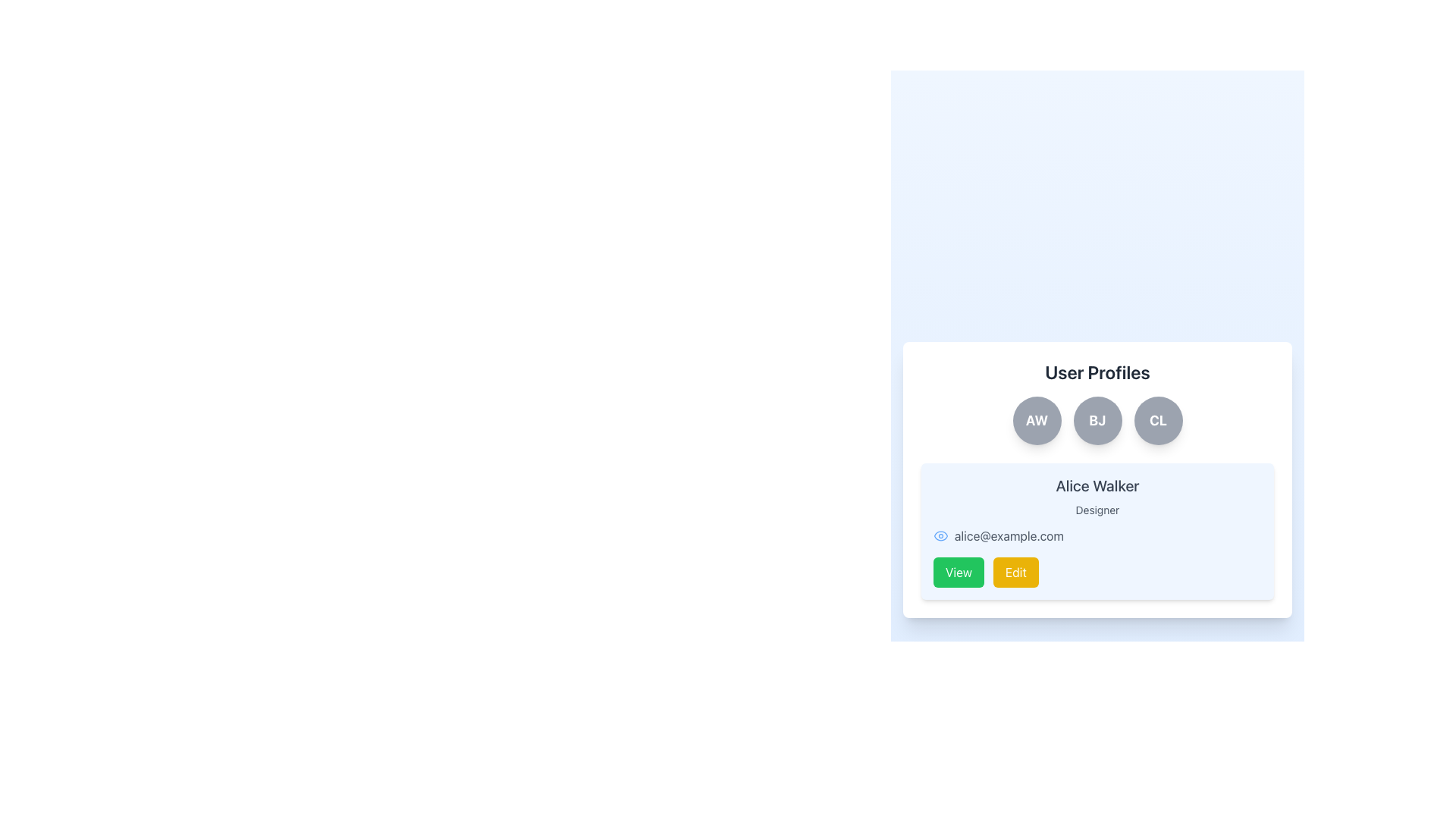 Image resolution: width=1456 pixels, height=819 pixels. Describe the element at coordinates (1015, 573) in the screenshot. I see `the edit button located in the bottom-right corner of the user profile card` at that location.